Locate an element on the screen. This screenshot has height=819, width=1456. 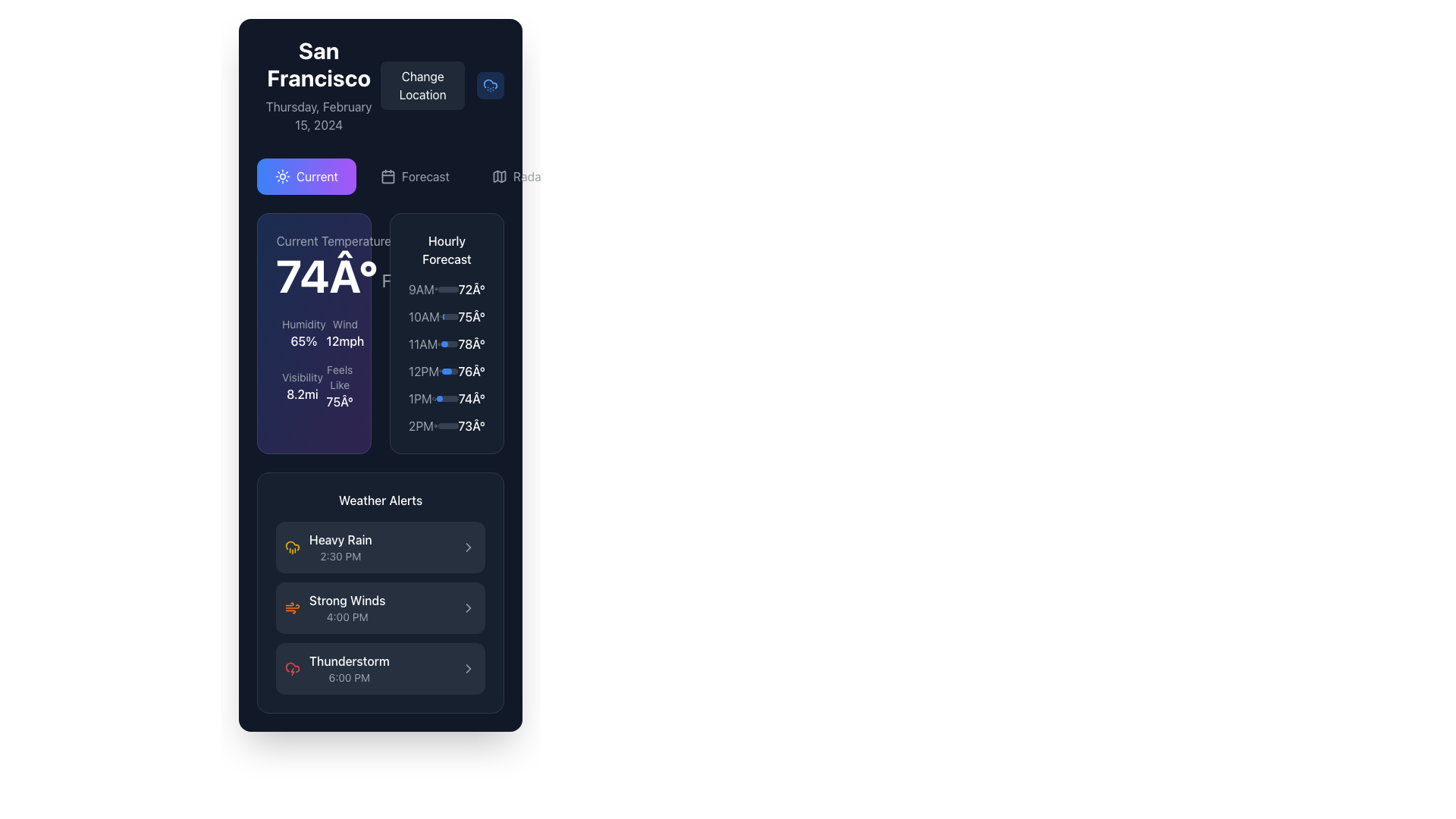
the text label that serves as the title for the 'Weather Alerts' section, positioned at the top of the section, above the list of weather alerts is located at coordinates (381, 500).